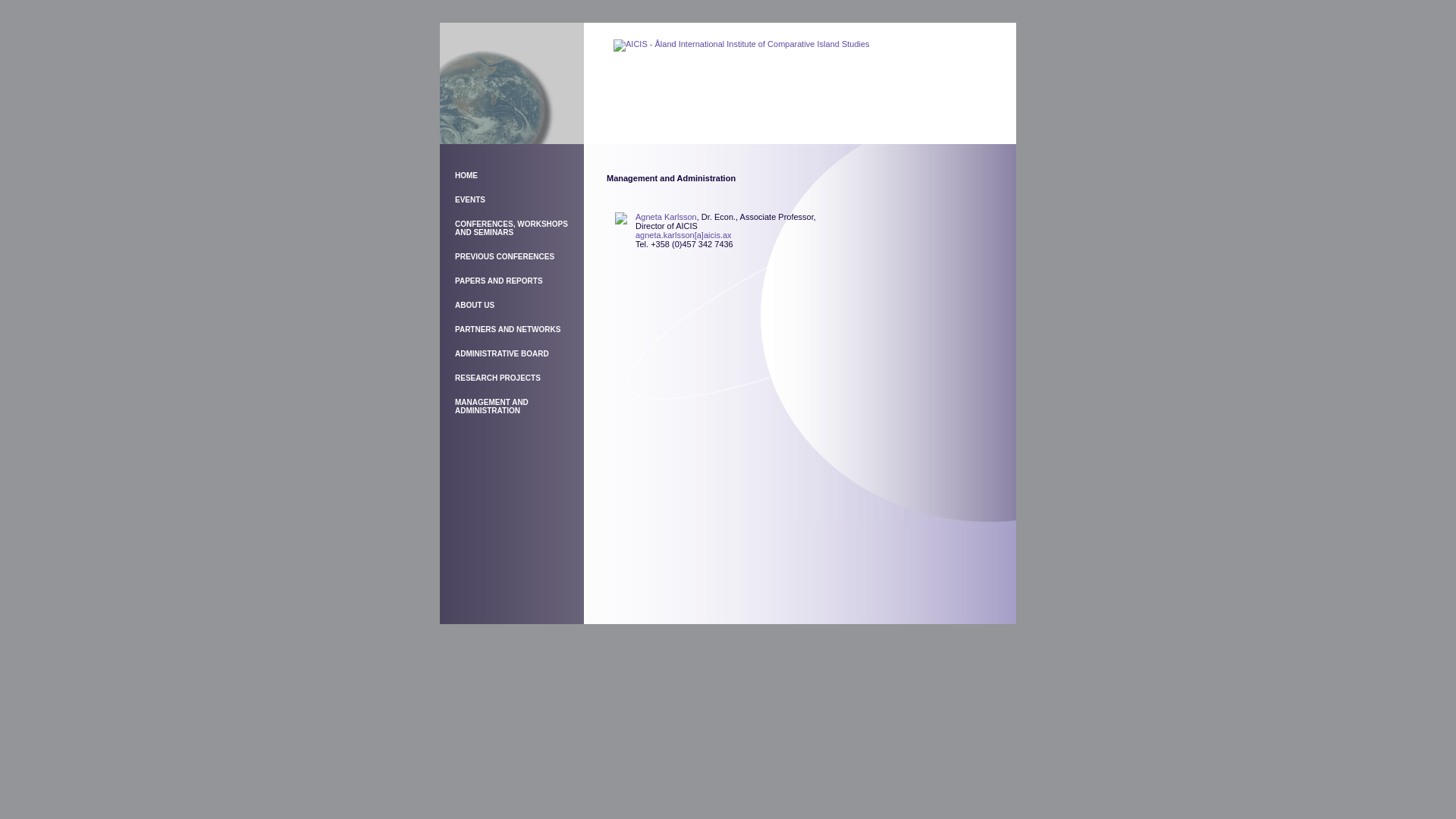 This screenshot has height=819, width=1456. Describe the element at coordinates (465, 174) in the screenshot. I see `'HOME'` at that location.